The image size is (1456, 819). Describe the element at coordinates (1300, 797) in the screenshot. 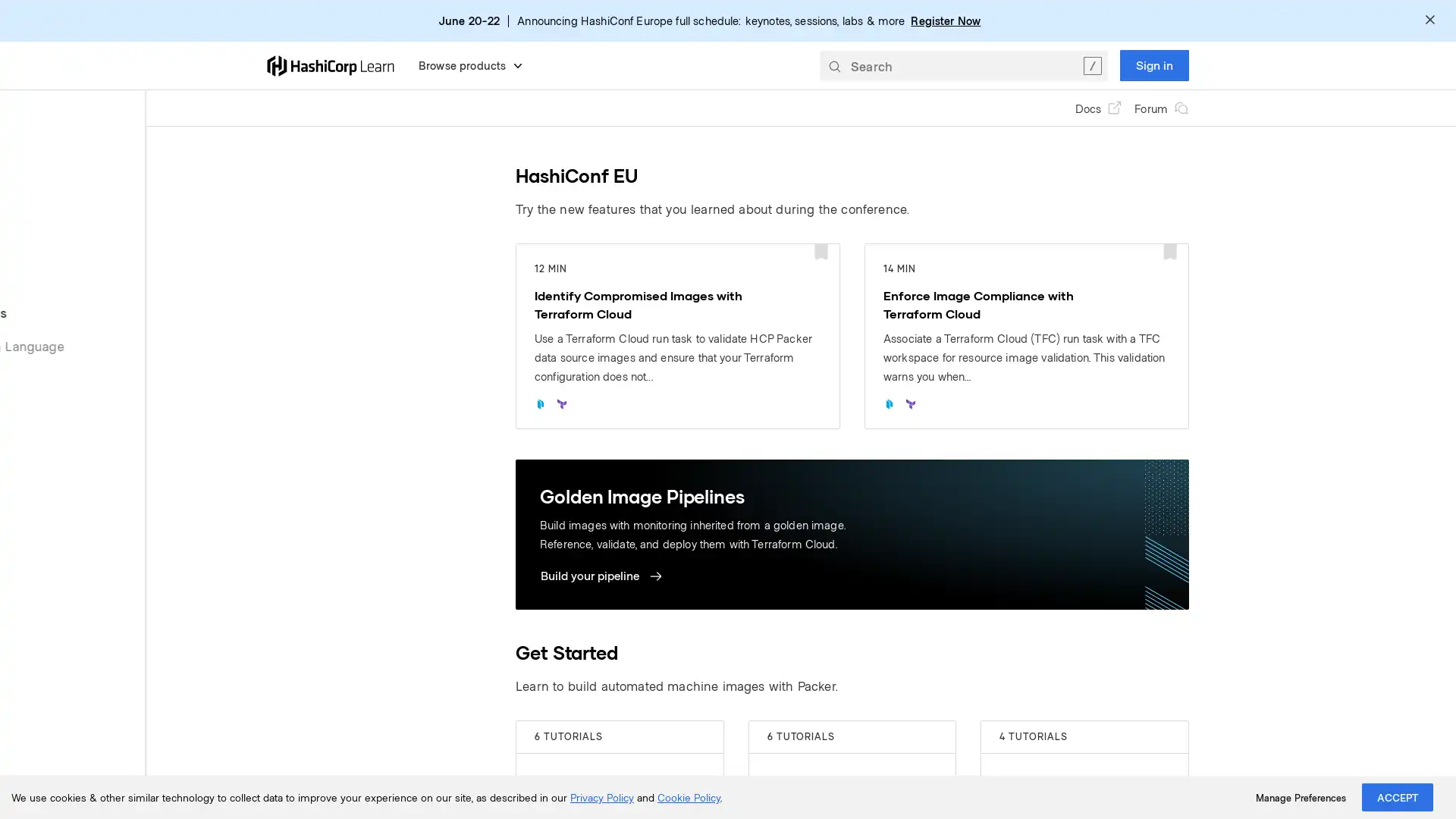

I see `Manage Preferences` at that location.